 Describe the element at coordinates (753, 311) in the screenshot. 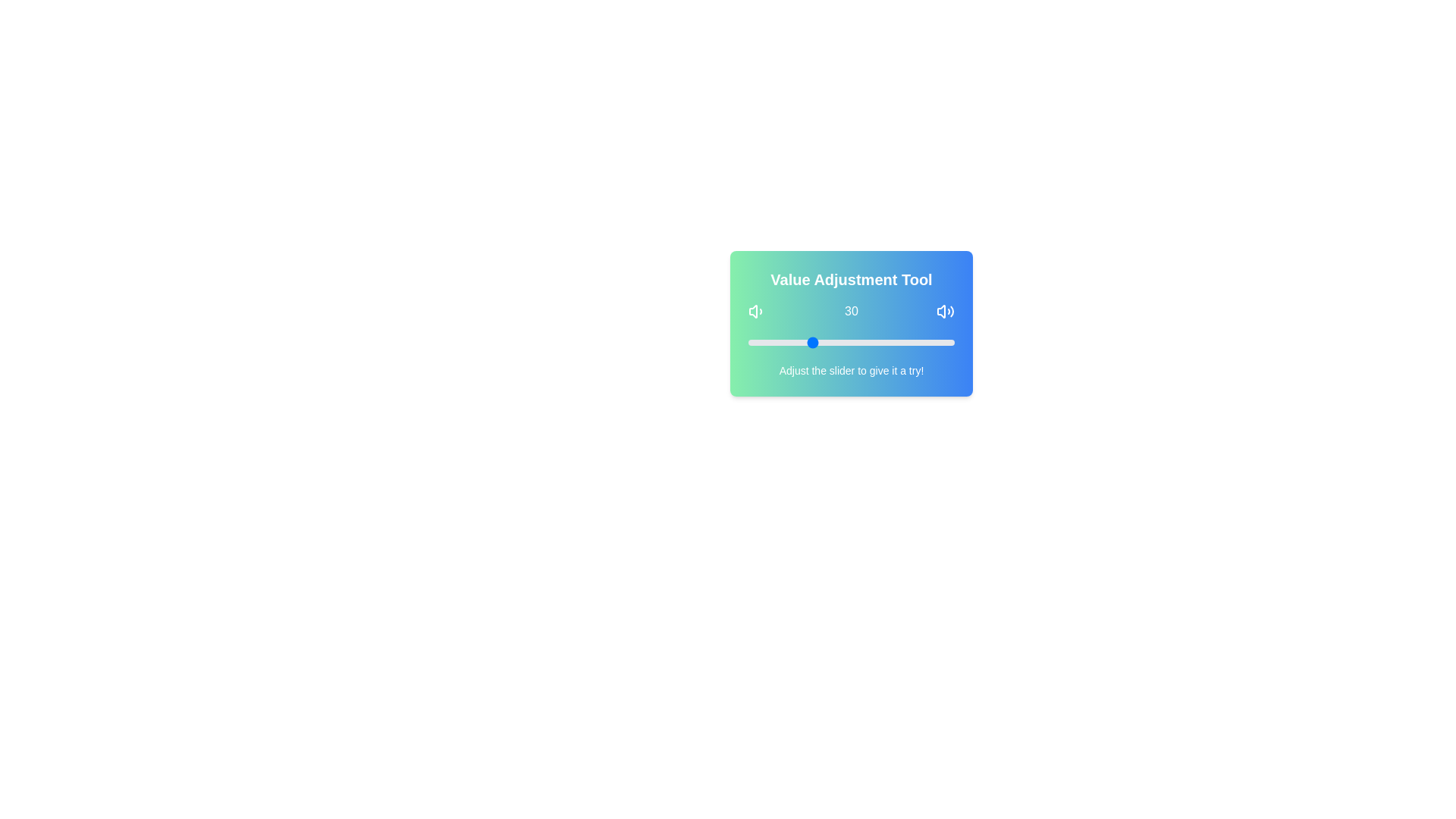

I see `the muted speaker icon located on the left side of the volume adjustment tool interface` at that location.